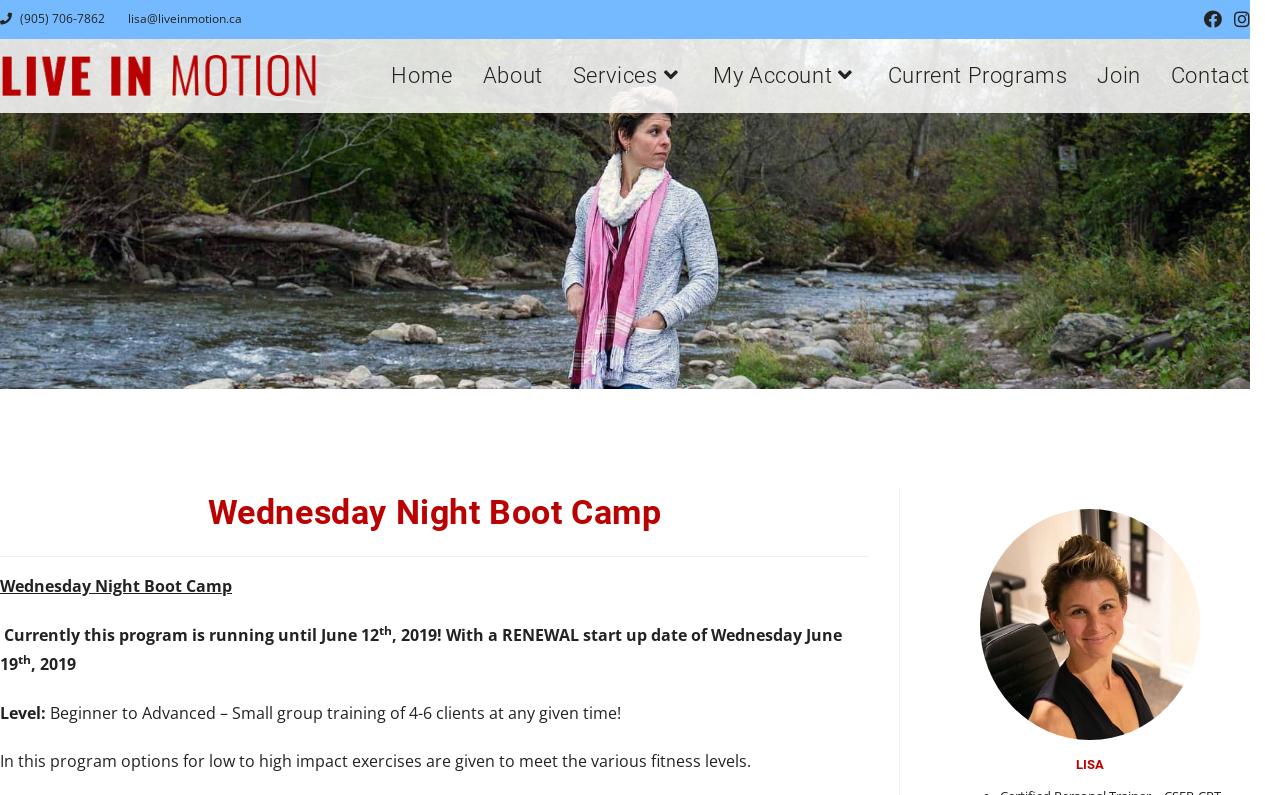  I want to click on 'Beginner to Advanced – Small group training of 4-6 clients at any given time!', so click(332, 712).